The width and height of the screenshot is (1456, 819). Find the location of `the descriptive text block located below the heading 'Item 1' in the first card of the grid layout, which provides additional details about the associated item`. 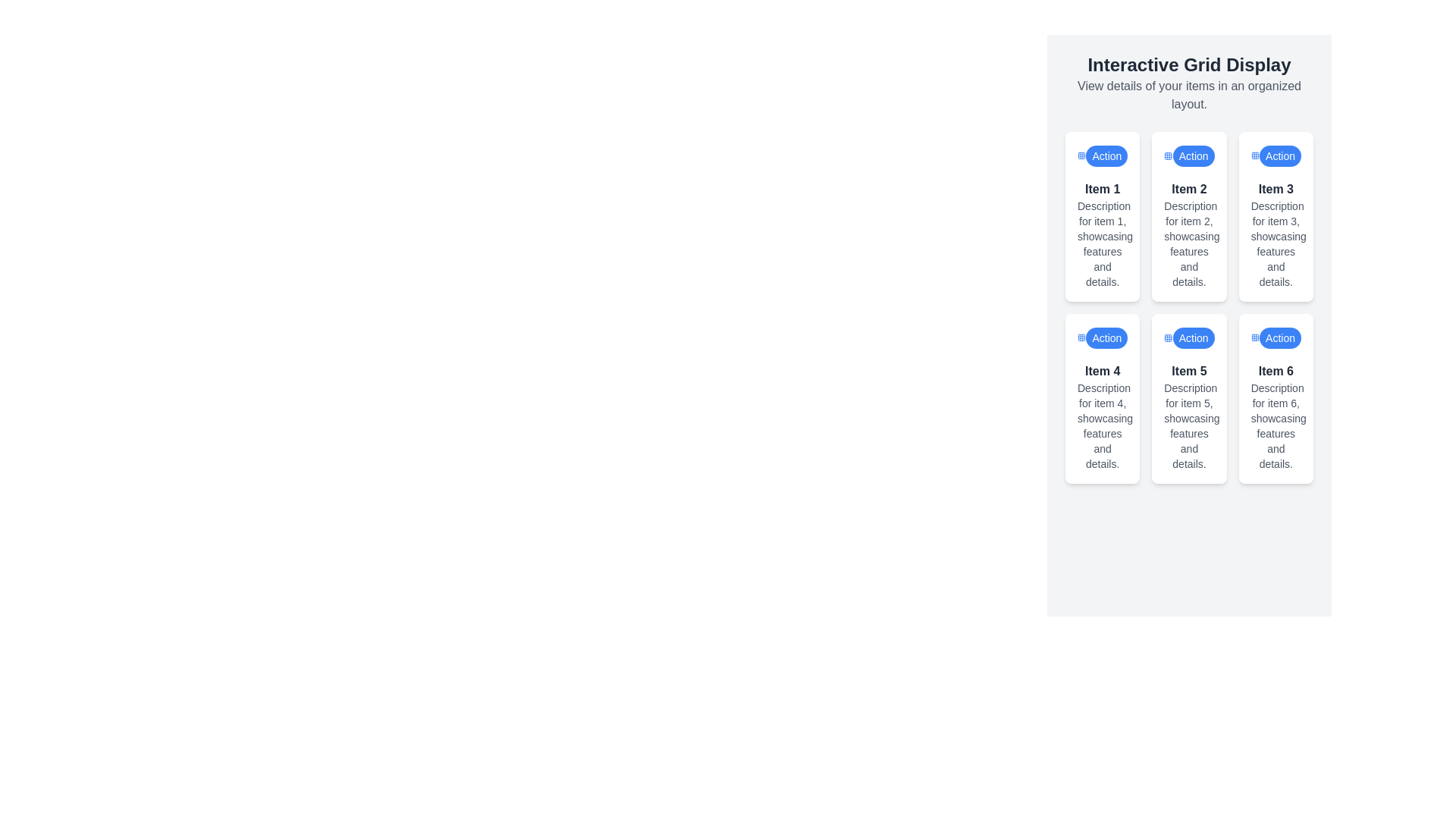

the descriptive text block located below the heading 'Item 1' in the first card of the grid layout, which provides additional details about the associated item is located at coordinates (1103, 243).